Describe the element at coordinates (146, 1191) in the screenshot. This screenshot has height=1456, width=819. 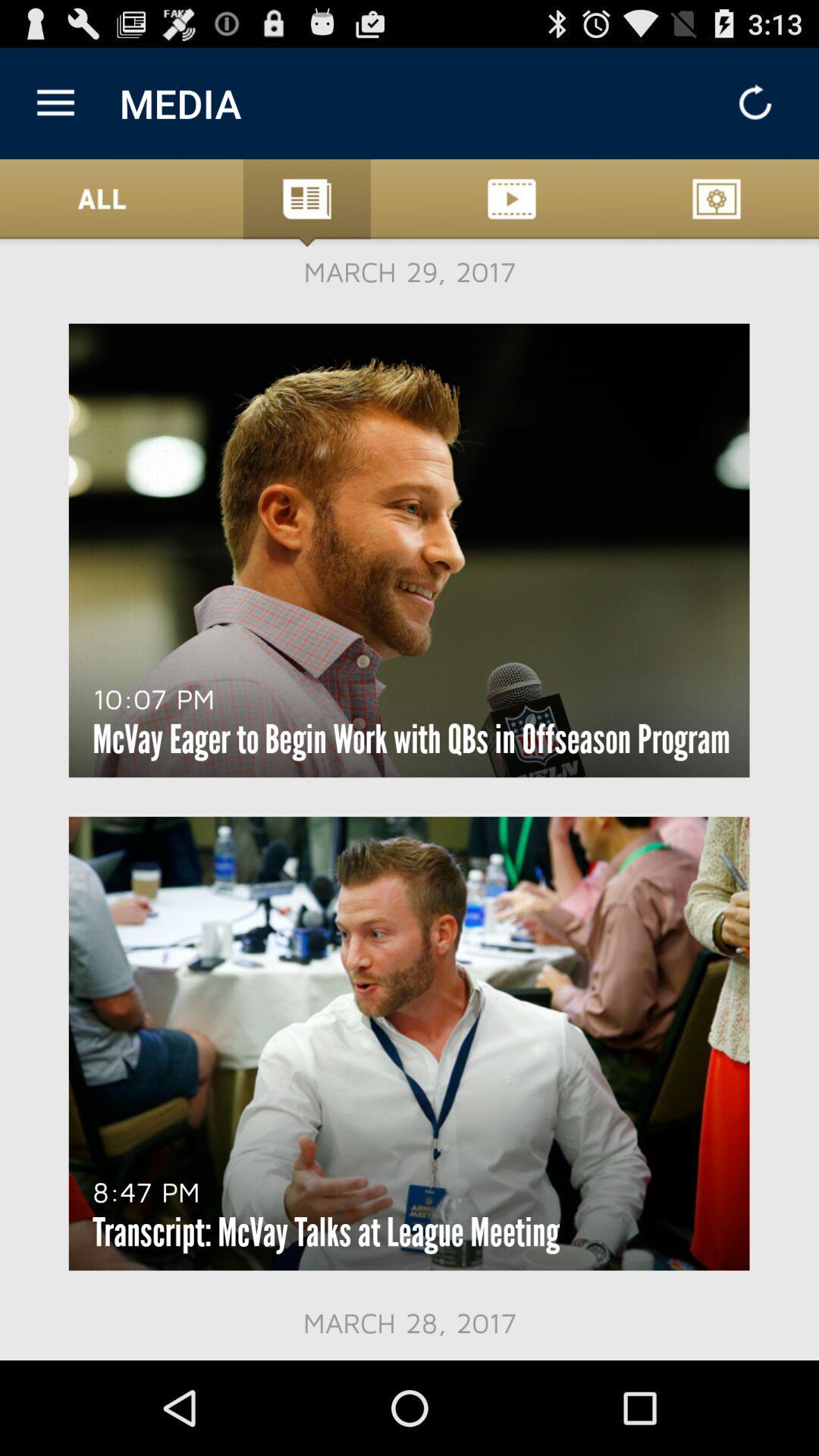
I see `8:47 pm at the bottom left corner` at that location.